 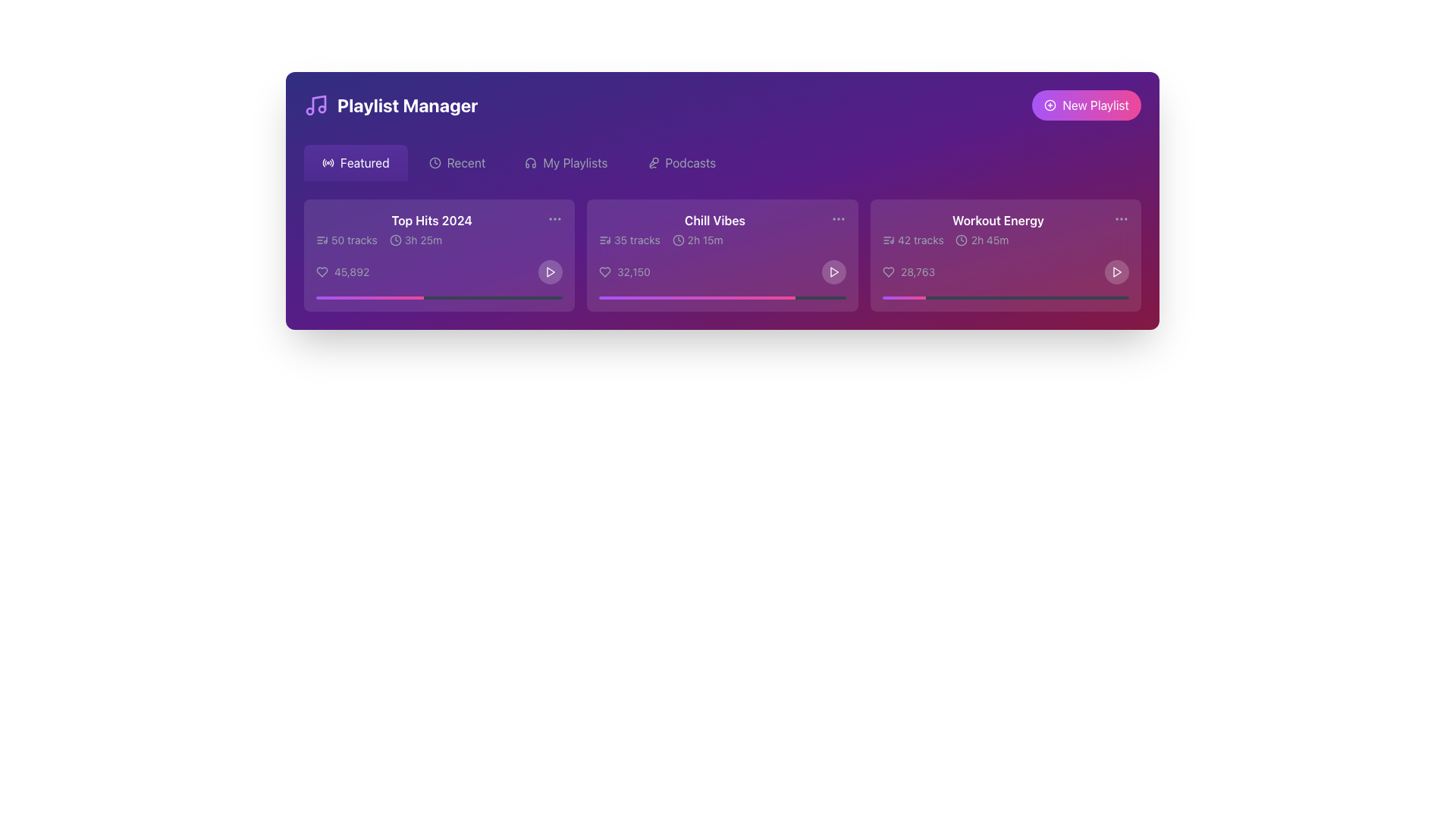 I want to click on the Duration label with an associated icon located in the 'Chill Vibes' card, which is positioned below the text '35 tracks' and to the left of '32,150', so click(x=697, y=239).